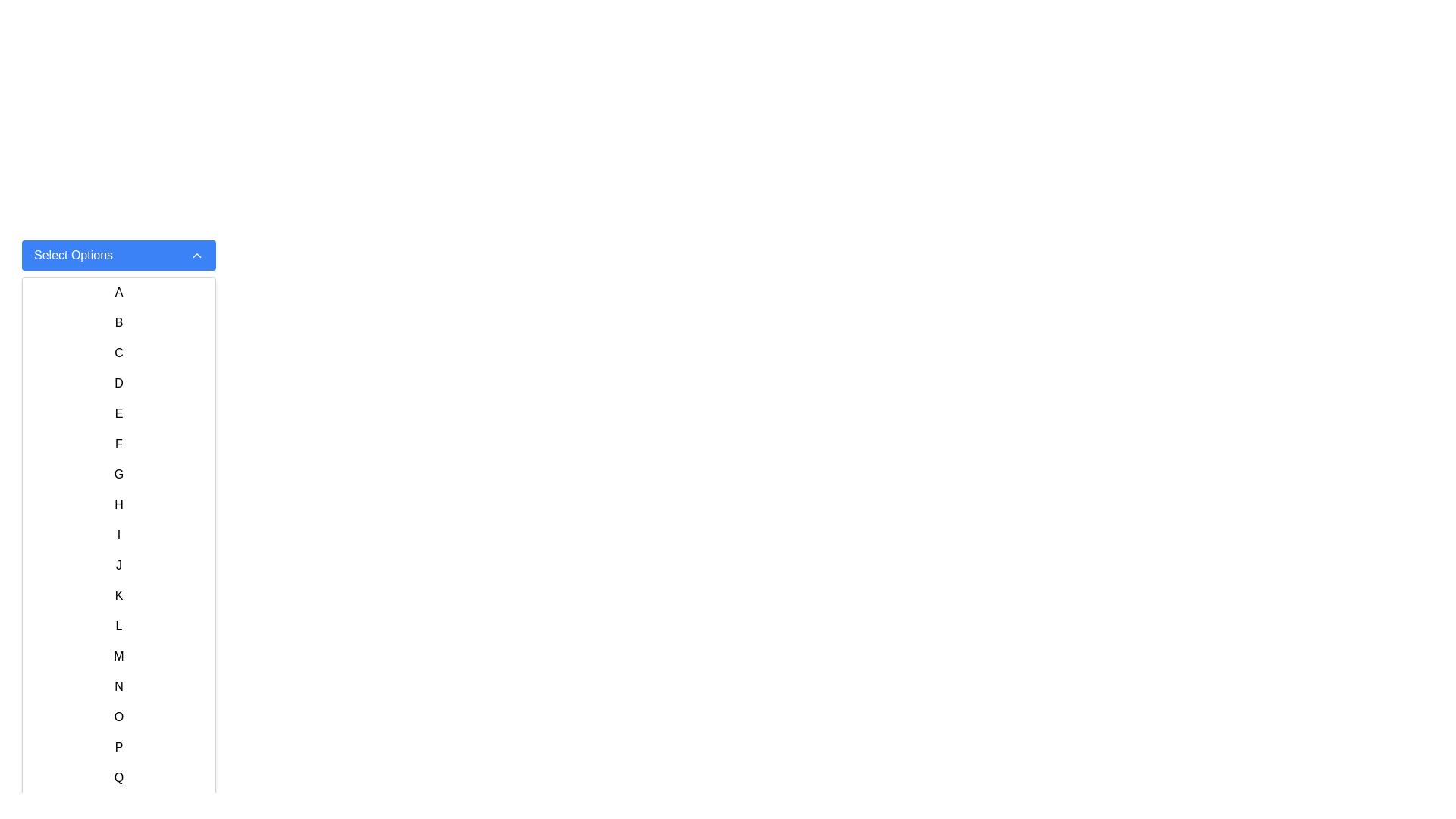 The height and width of the screenshot is (819, 1456). Describe the element at coordinates (118, 254) in the screenshot. I see `the dropdown toggle button located at the top area of the vertical list of options labeled from 'A' to 'Z'` at that location.